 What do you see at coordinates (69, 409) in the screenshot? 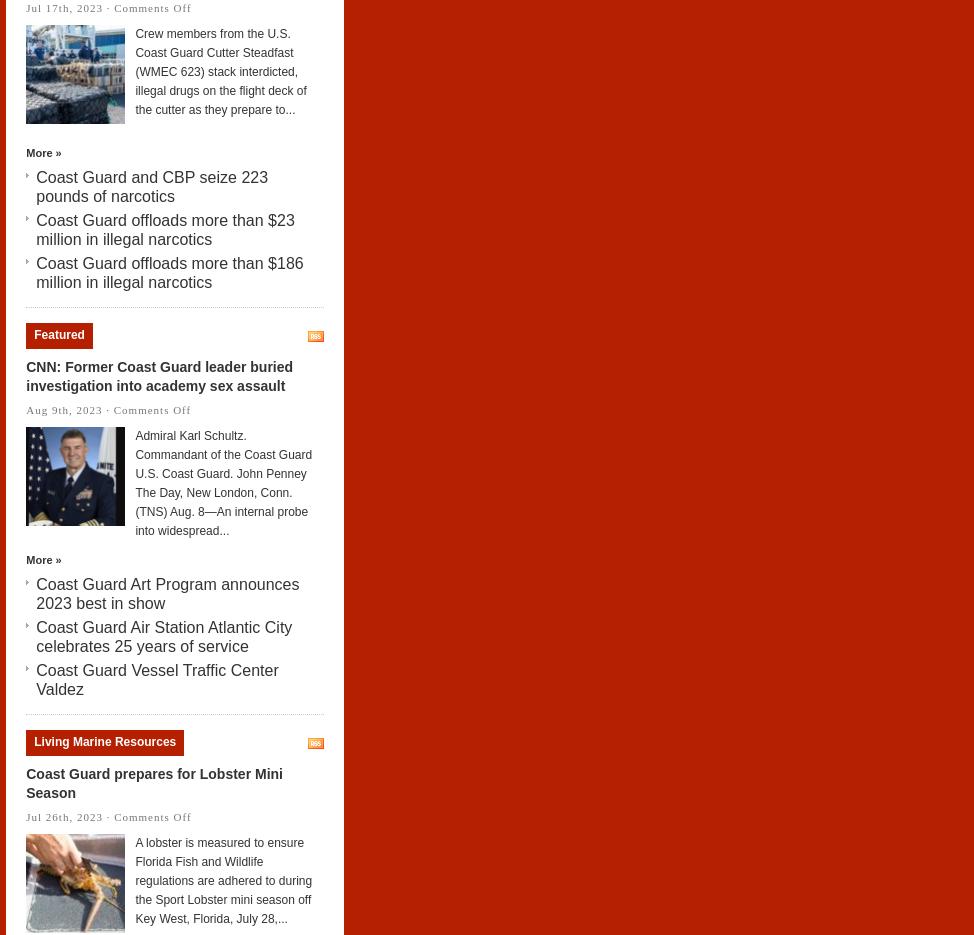
I see `'Aug 9th, 2023 ·'` at bounding box center [69, 409].